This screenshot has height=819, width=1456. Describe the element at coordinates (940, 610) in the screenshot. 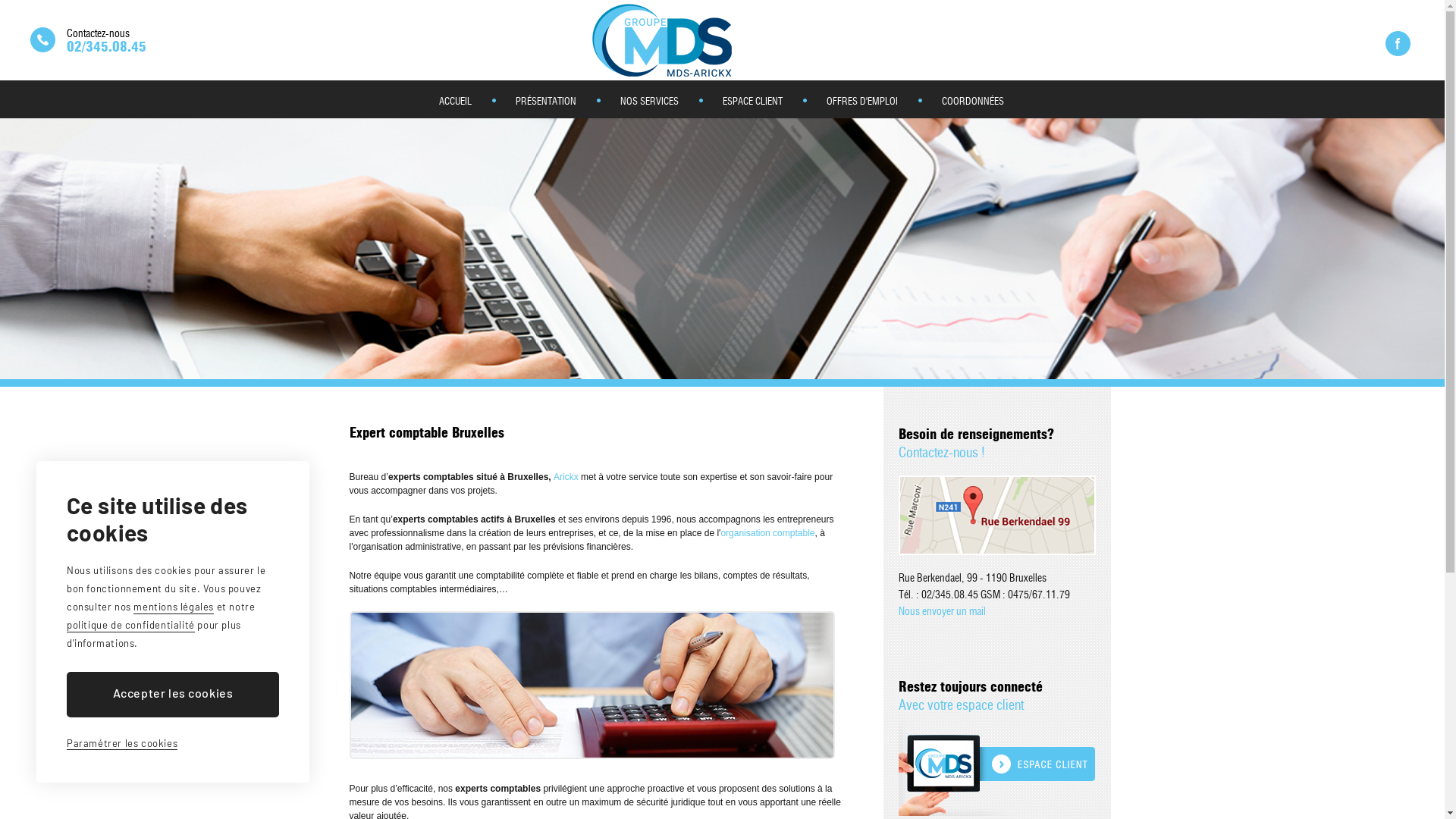

I see `'Nous envoyer un mail'` at that location.